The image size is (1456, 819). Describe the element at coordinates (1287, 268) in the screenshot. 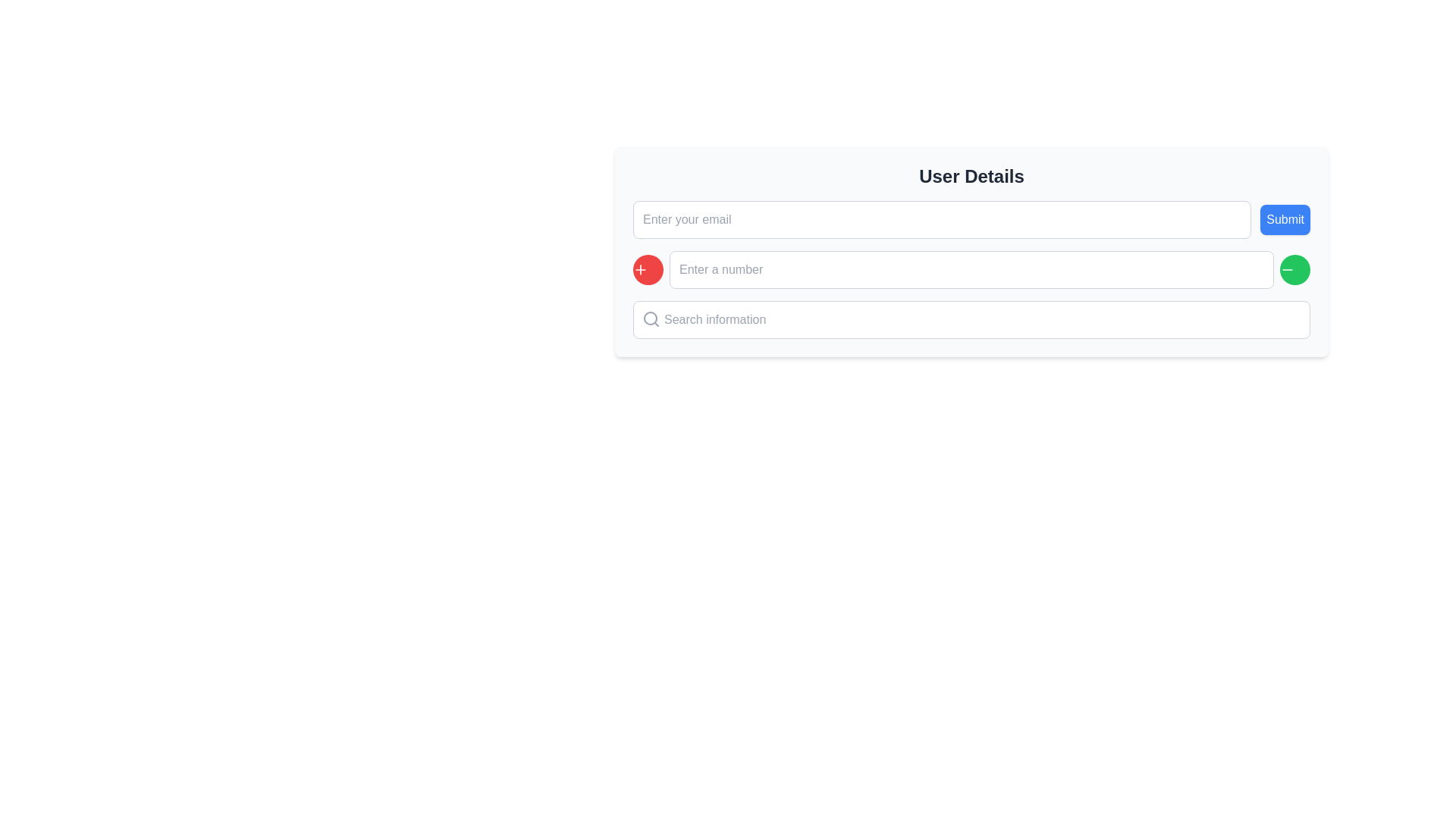

I see `the minus icon located at the center of a small green circular button` at that location.